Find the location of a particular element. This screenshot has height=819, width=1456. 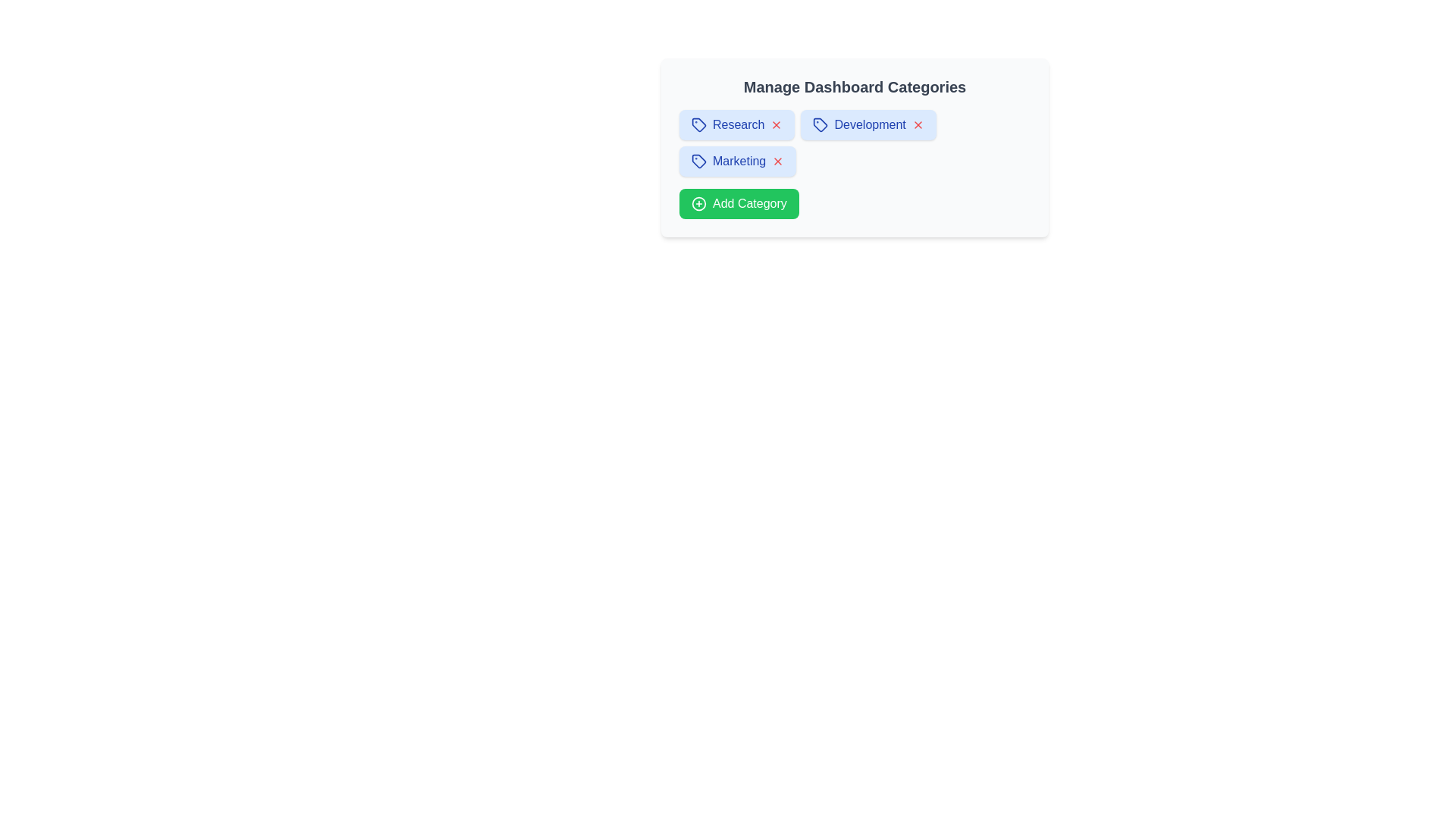

'Add Category' button to initiate adding a new category is located at coordinates (739, 203).